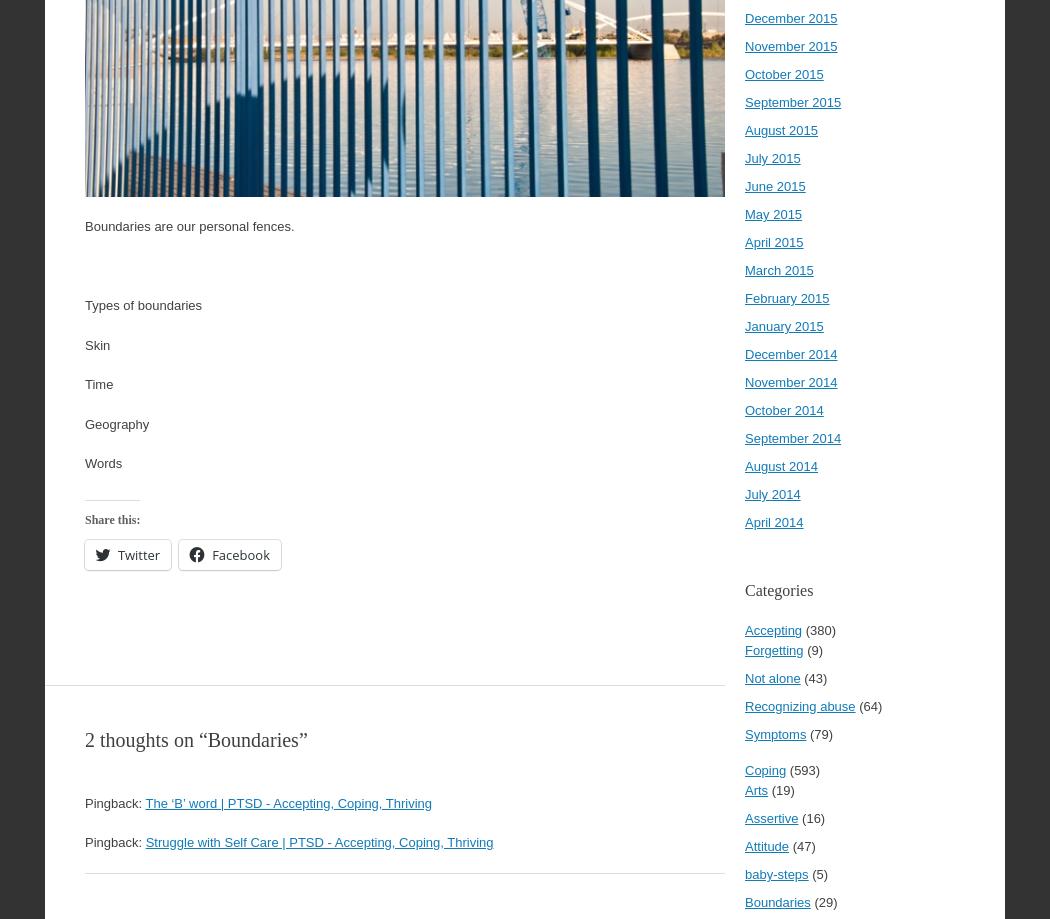  I want to click on 'November 2014', so click(789, 382).